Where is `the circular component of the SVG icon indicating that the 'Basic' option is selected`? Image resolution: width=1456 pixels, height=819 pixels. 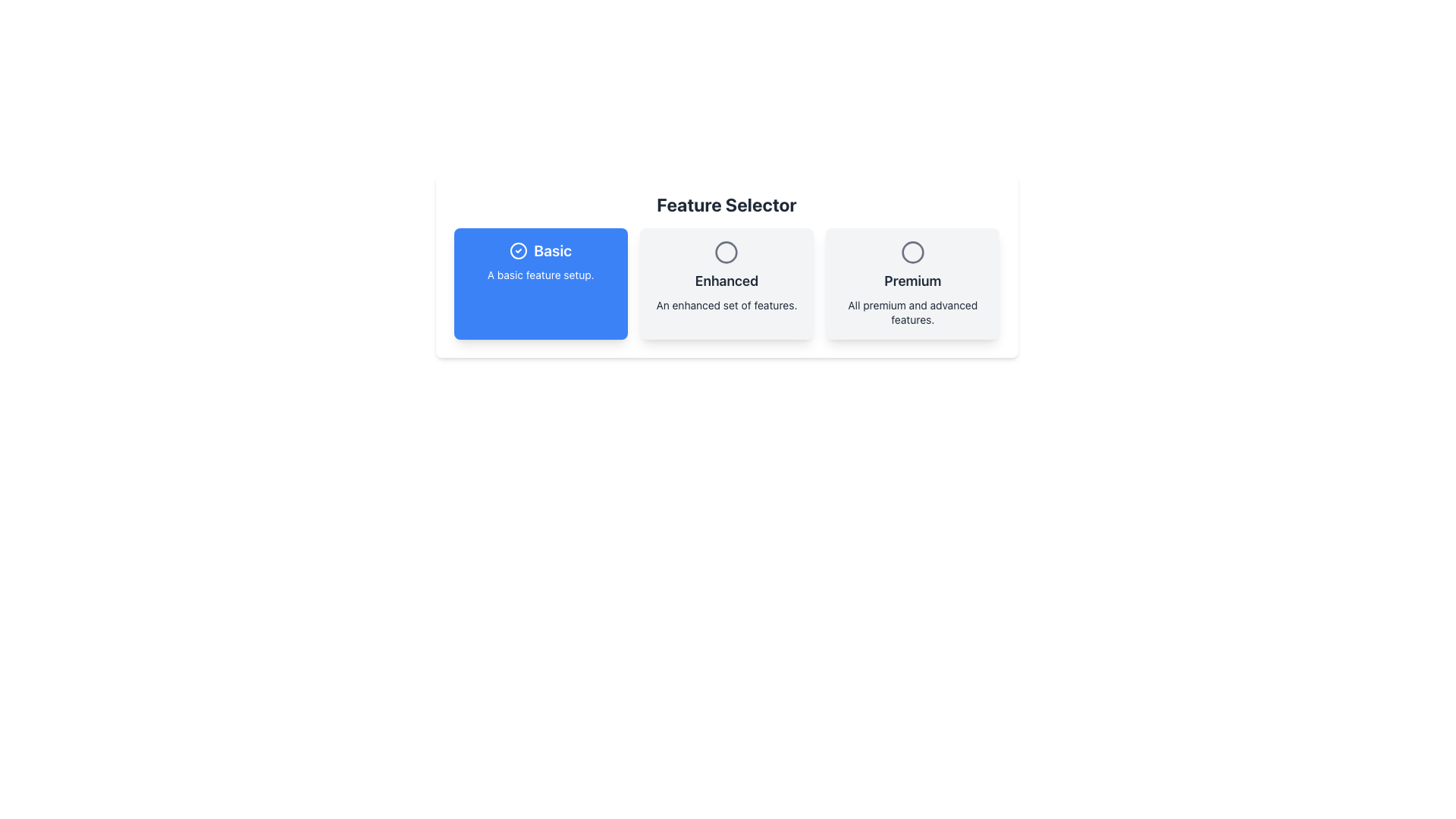 the circular component of the SVG icon indicating that the 'Basic' option is selected is located at coordinates (519, 250).